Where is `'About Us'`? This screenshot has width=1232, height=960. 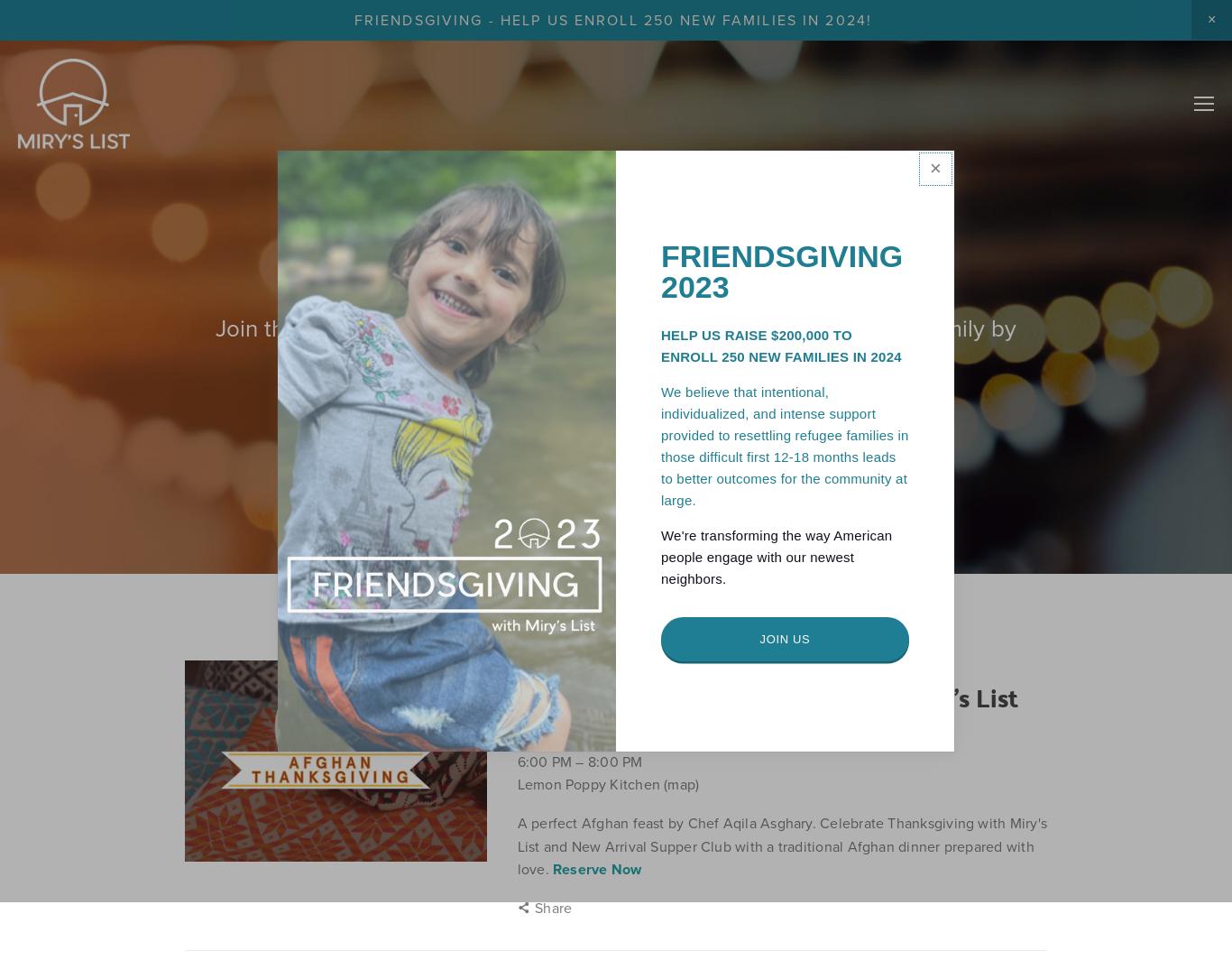 'About Us' is located at coordinates (1046, 41).